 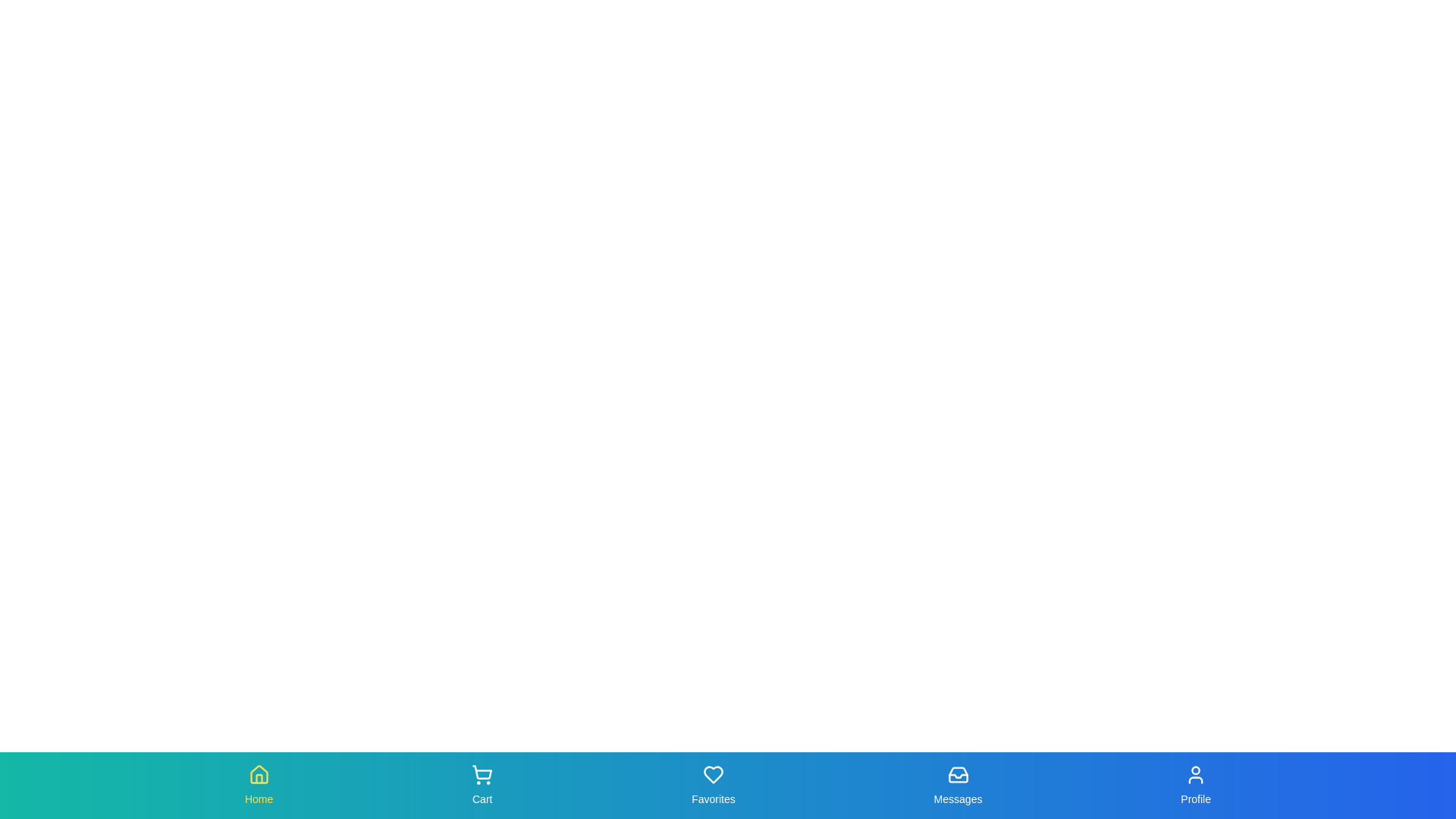 I want to click on the tab labeled Profile to view the scale effect, so click(x=1195, y=785).